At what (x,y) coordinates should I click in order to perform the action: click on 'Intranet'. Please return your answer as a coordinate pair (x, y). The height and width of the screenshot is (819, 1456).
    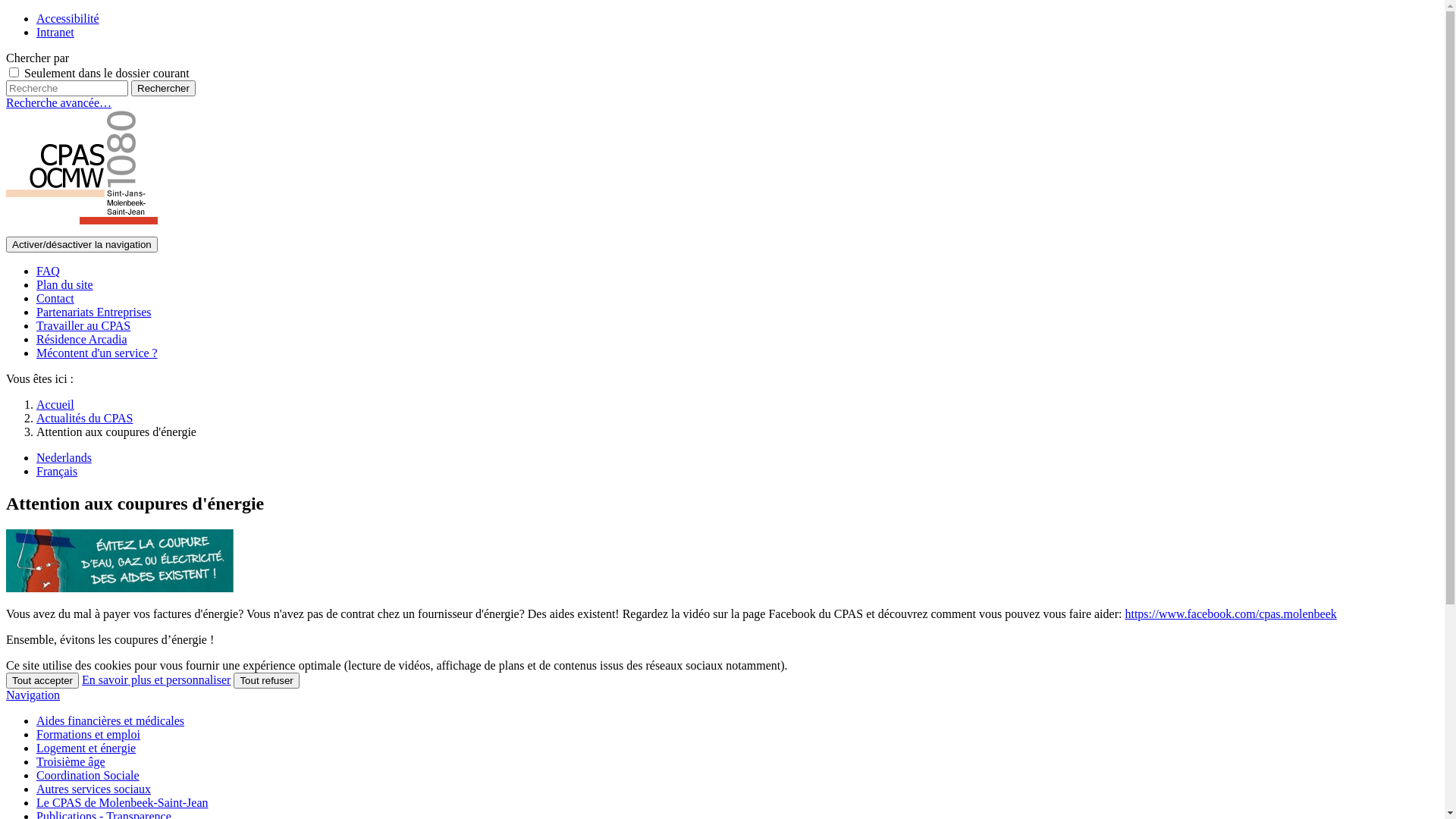
    Looking at the image, I should click on (55, 32).